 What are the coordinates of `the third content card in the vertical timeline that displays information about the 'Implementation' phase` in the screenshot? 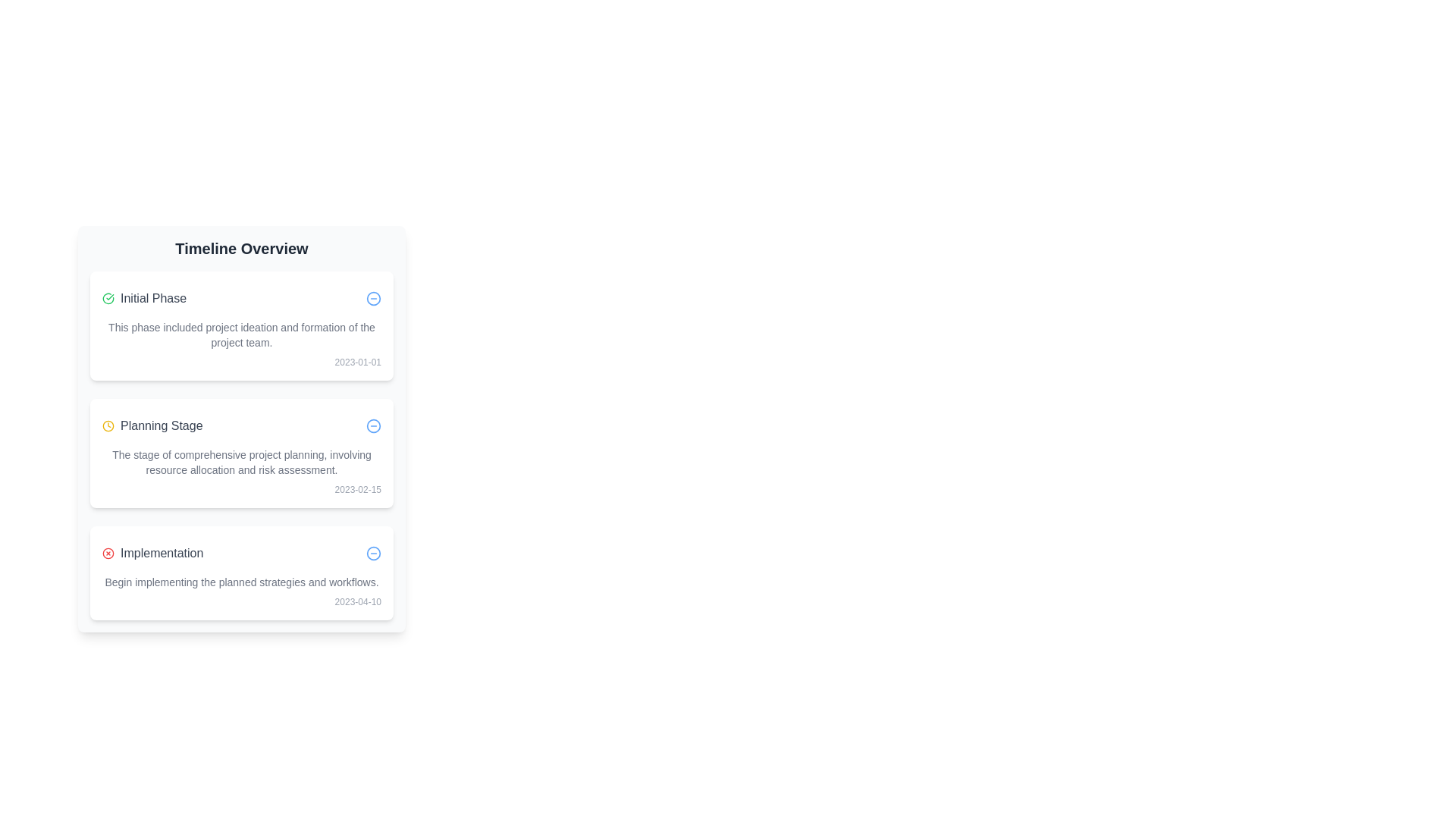 It's located at (240, 573).